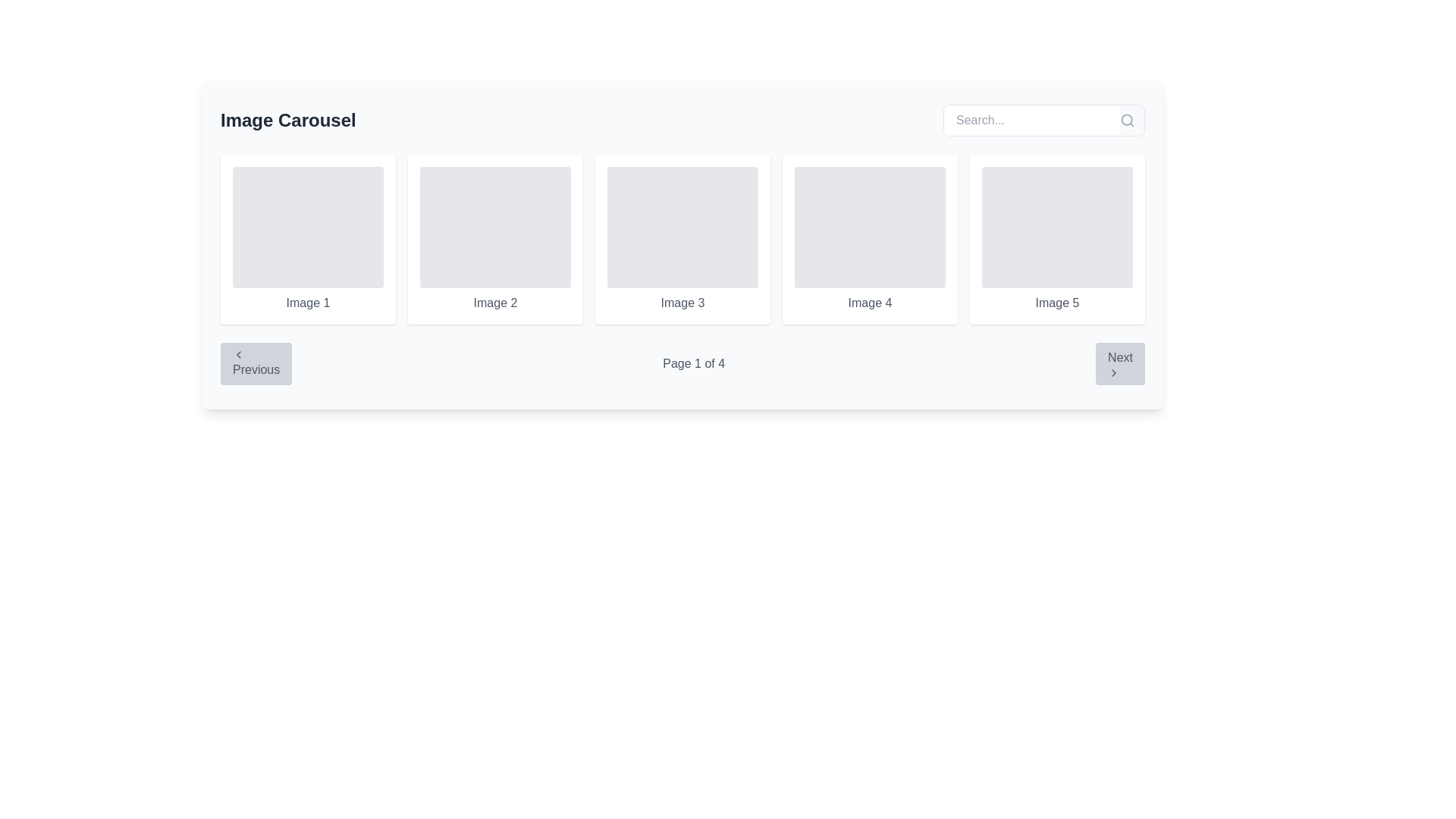 The image size is (1456, 819). What do you see at coordinates (1120, 363) in the screenshot?
I see `the 'Next' button, which is styled with a gray background and rounded corners, located at the rightmost end of the navigation bar` at bounding box center [1120, 363].